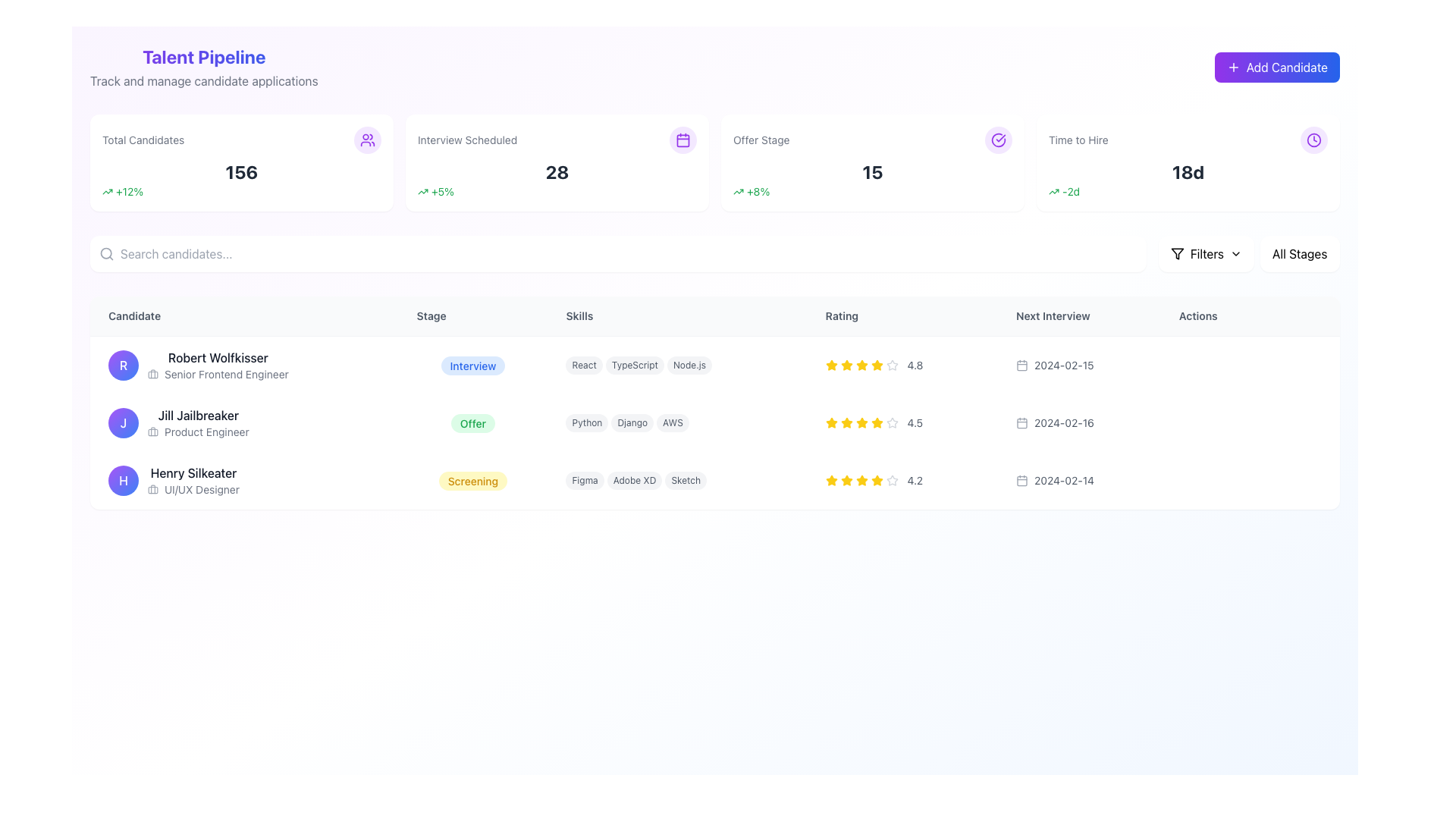 The image size is (1456, 819). Describe the element at coordinates (367, 140) in the screenshot. I see `the icon that visually represents the total number of candidates, located in the top center of the interface next to the count number and label` at that location.